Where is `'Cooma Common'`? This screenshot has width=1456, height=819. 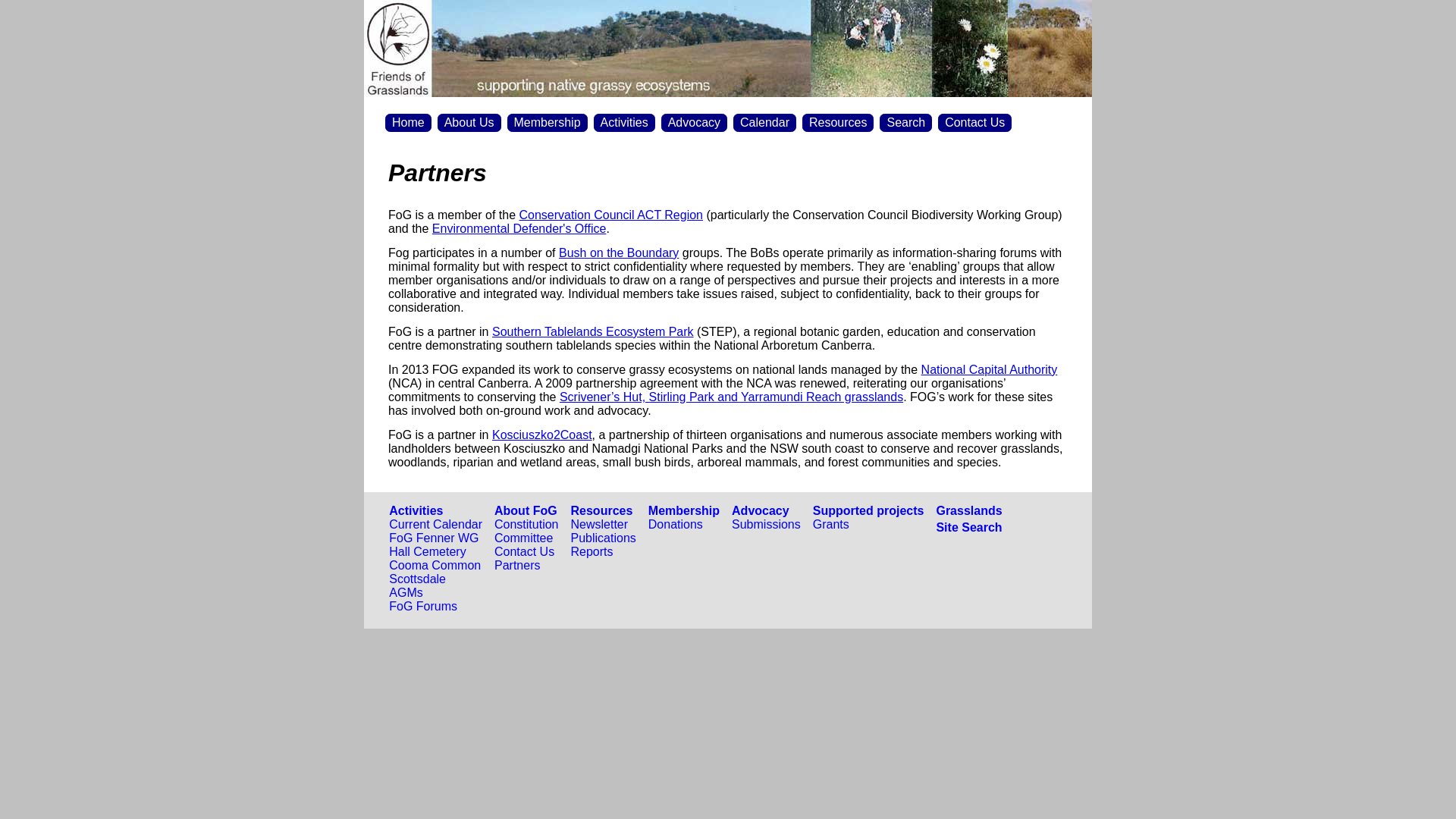 'Cooma Common' is located at coordinates (434, 565).